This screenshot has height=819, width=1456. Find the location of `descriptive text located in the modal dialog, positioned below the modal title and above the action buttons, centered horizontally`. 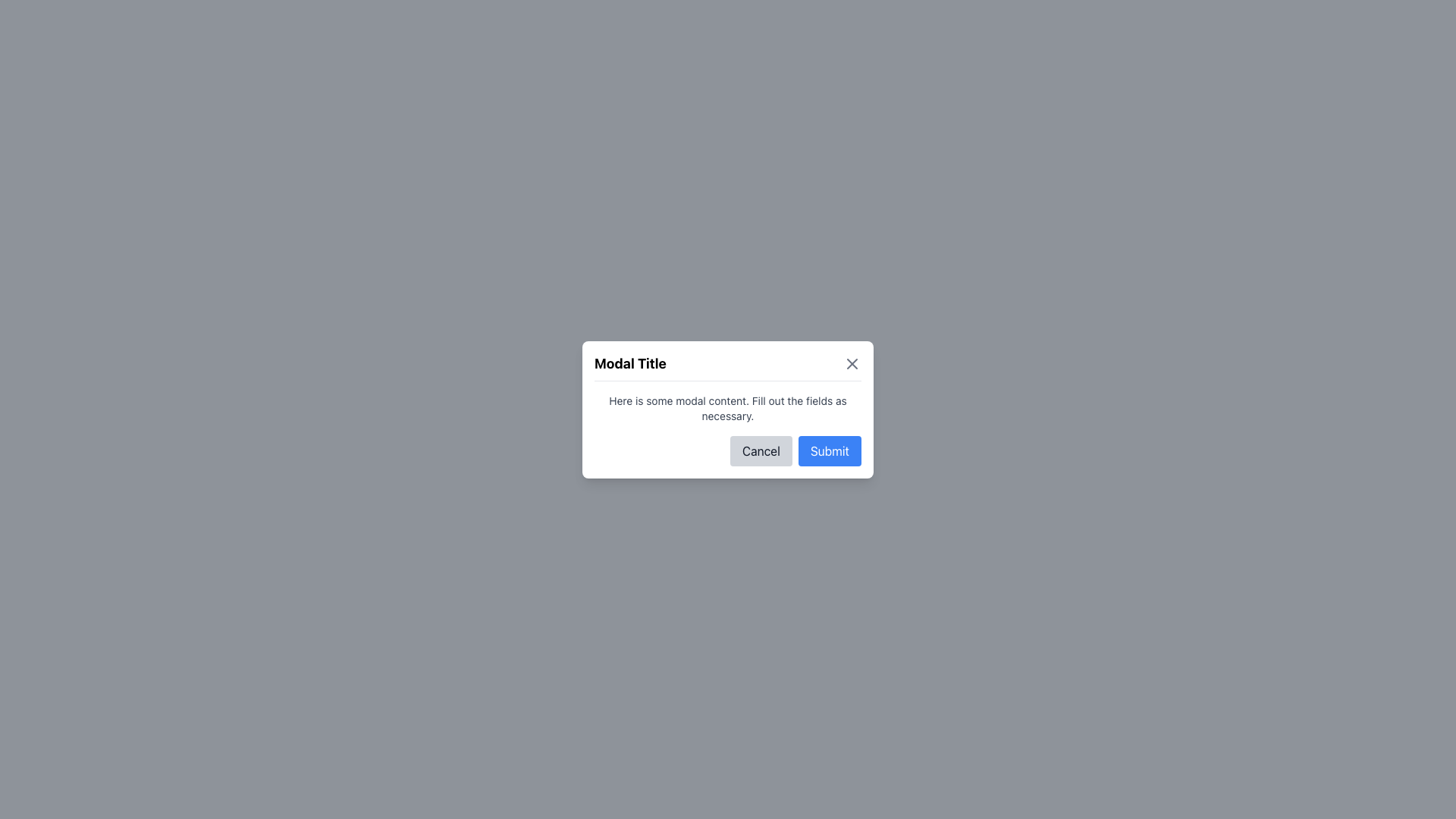

descriptive text located in the modal dialog, positioned below the modal title and above the action buttons, centered horizontally is located at coordinates (728, 406).